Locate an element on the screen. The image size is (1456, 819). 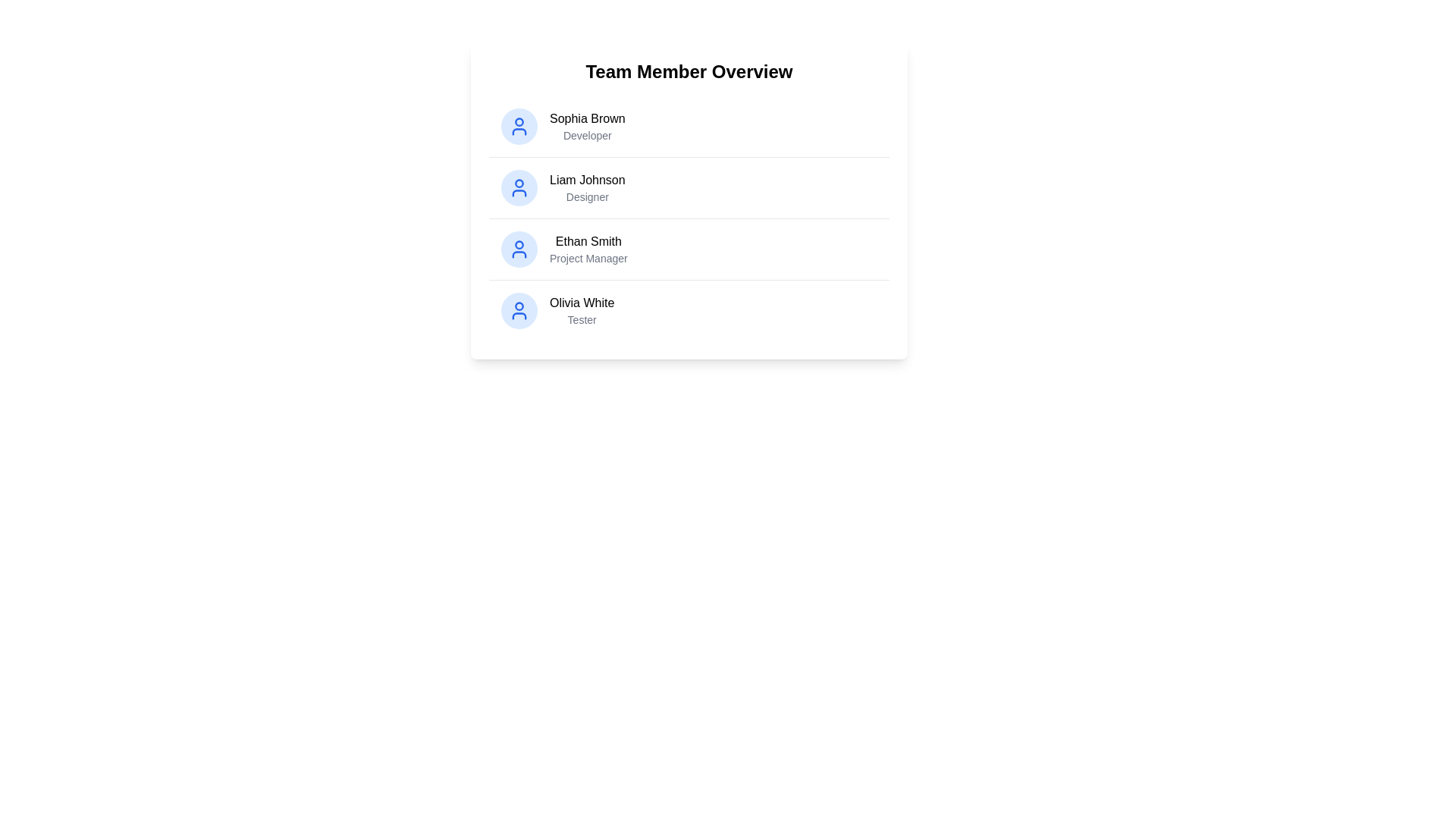
text content of the Text Information Block displaying 'Ethan Smith' and 'Project Manager' located in the third row of the 'Team Member Overview' card is located at coordinates (588, 248).